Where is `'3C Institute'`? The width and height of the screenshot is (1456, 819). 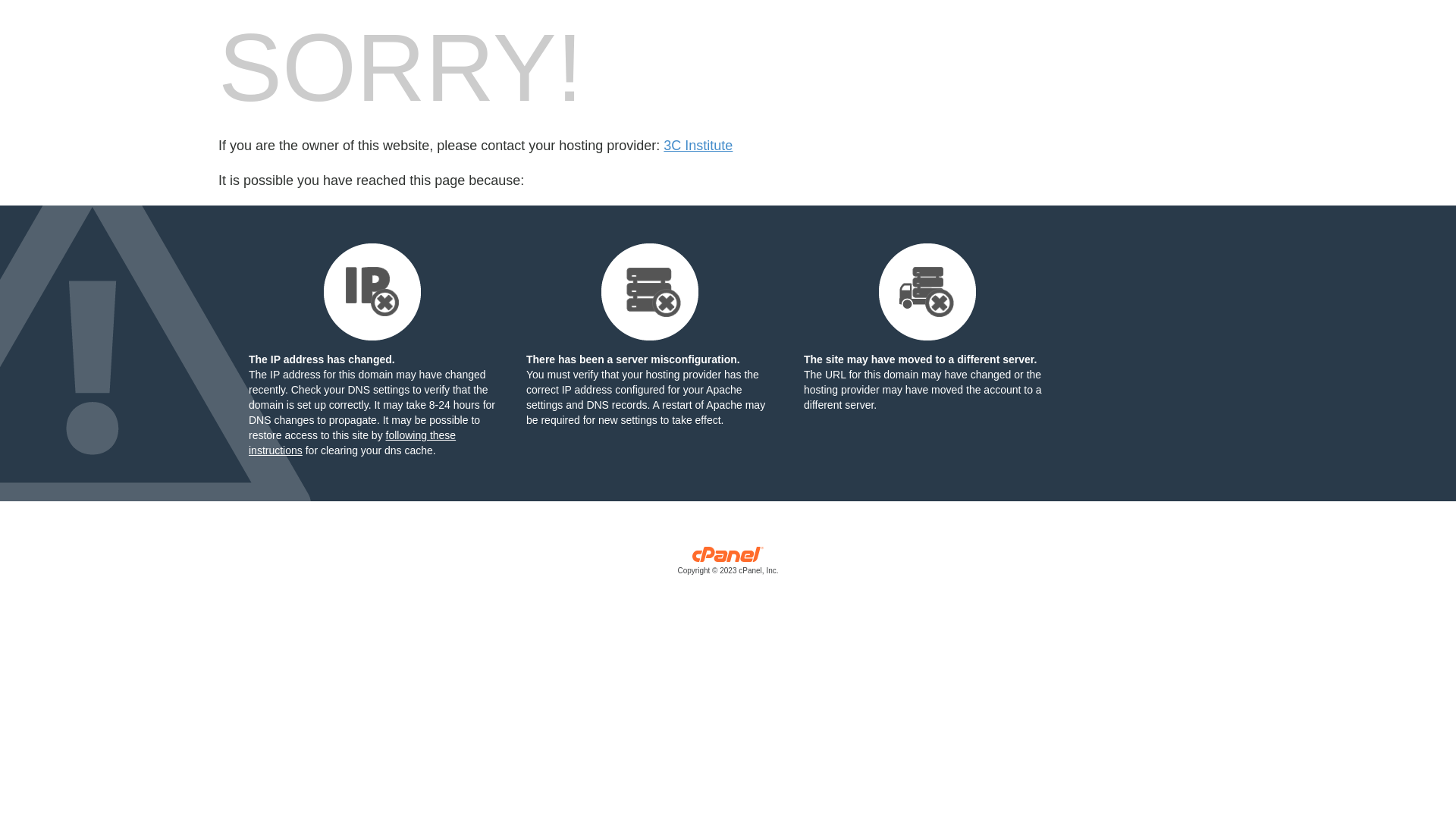
'3C Institute' is located at coordinates (697, 146).